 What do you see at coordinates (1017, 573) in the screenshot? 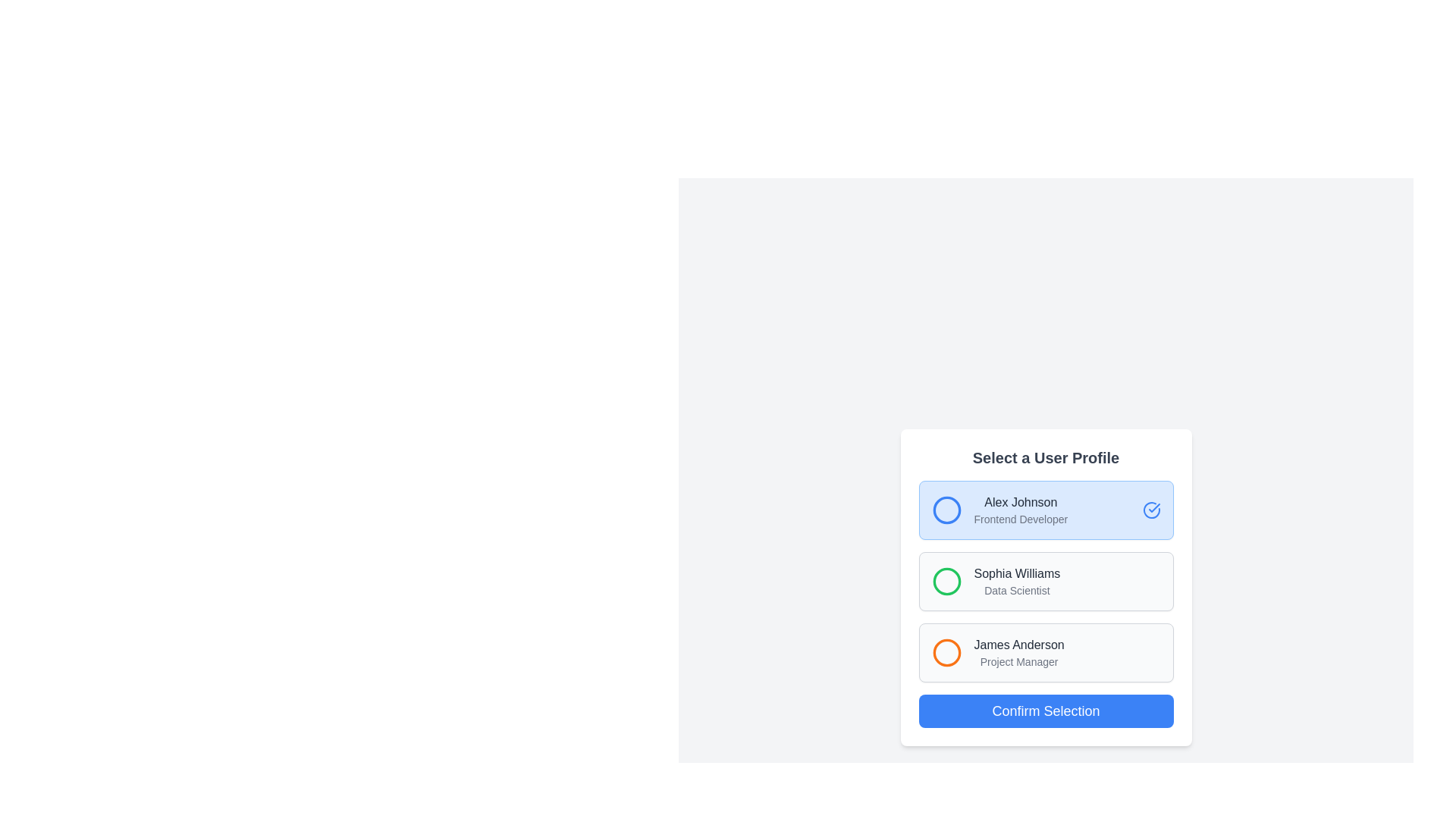
I see `the label displaying the user's full name in the second user profile option, which is located to the right of the green circular selection indicator and above the text 'Data Scientist'` at bounding box center [1017, 573].